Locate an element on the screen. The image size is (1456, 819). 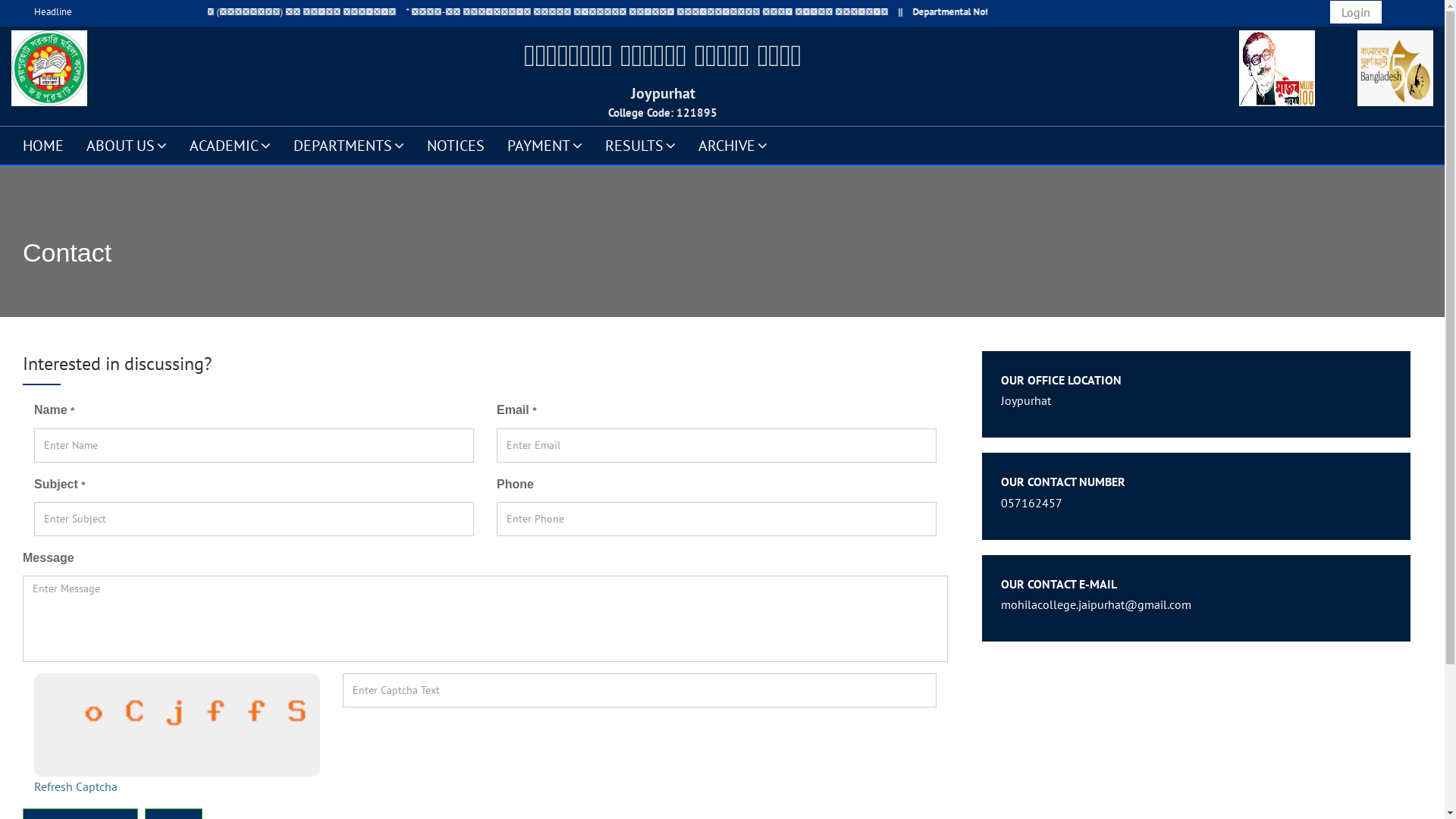
'DEPARTMENTS' is located at coordinates (348, 145).